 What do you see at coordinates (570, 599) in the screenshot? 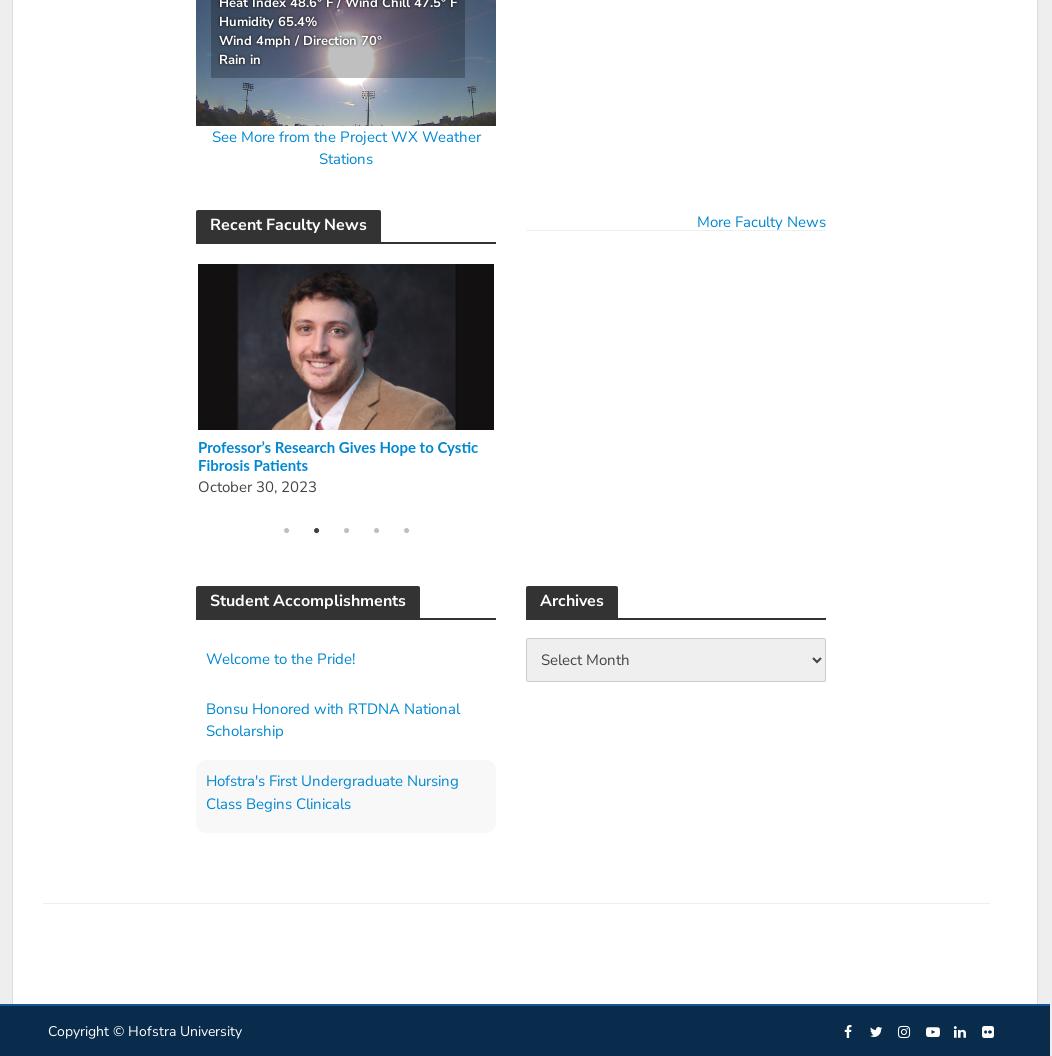
I see `'Archives'` at bounding box center [570, 599].